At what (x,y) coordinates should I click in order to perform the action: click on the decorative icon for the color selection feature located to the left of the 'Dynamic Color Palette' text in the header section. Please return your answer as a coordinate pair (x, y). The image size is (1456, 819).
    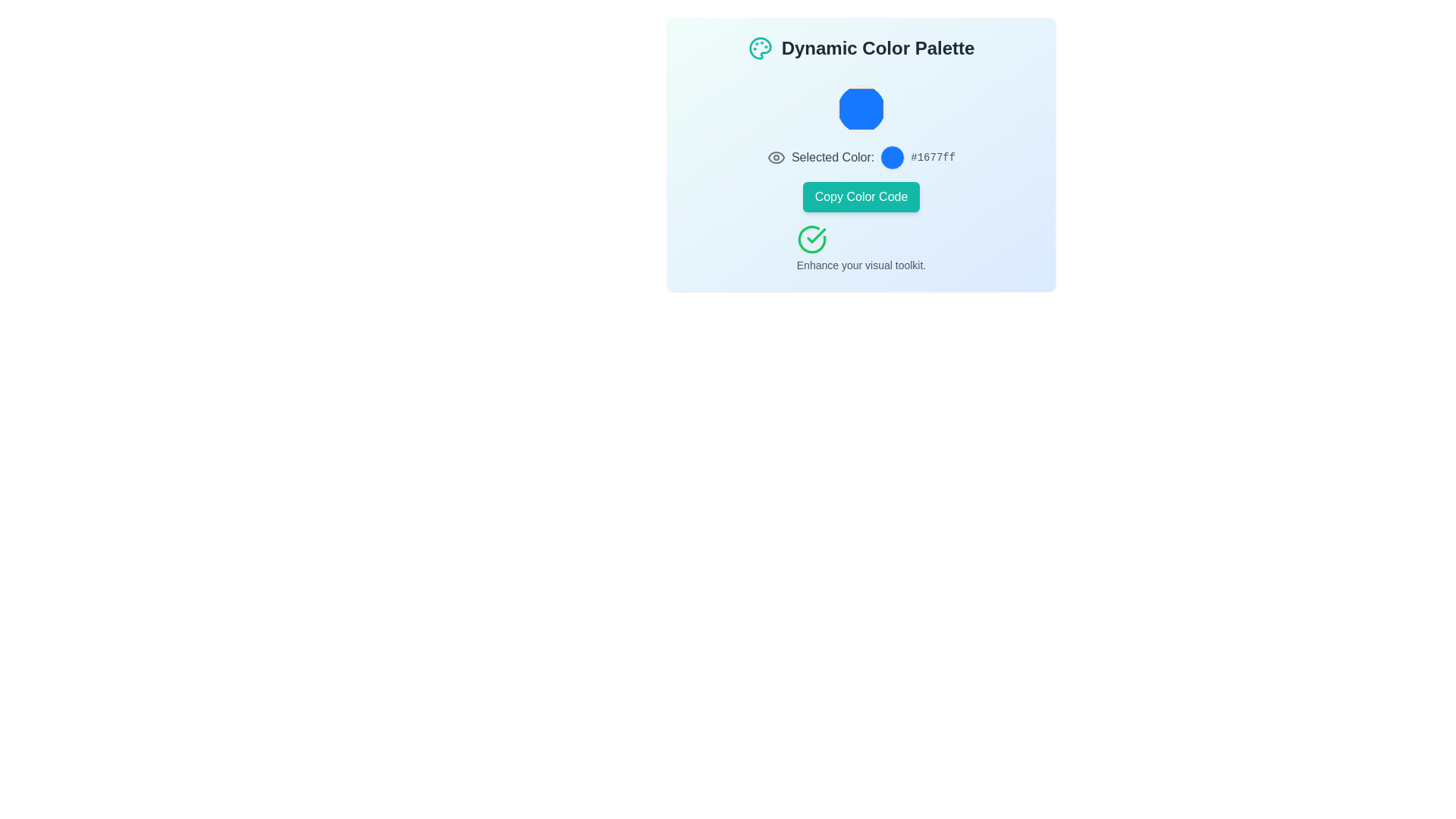
    Looking at the image, I should click on (760, 48).